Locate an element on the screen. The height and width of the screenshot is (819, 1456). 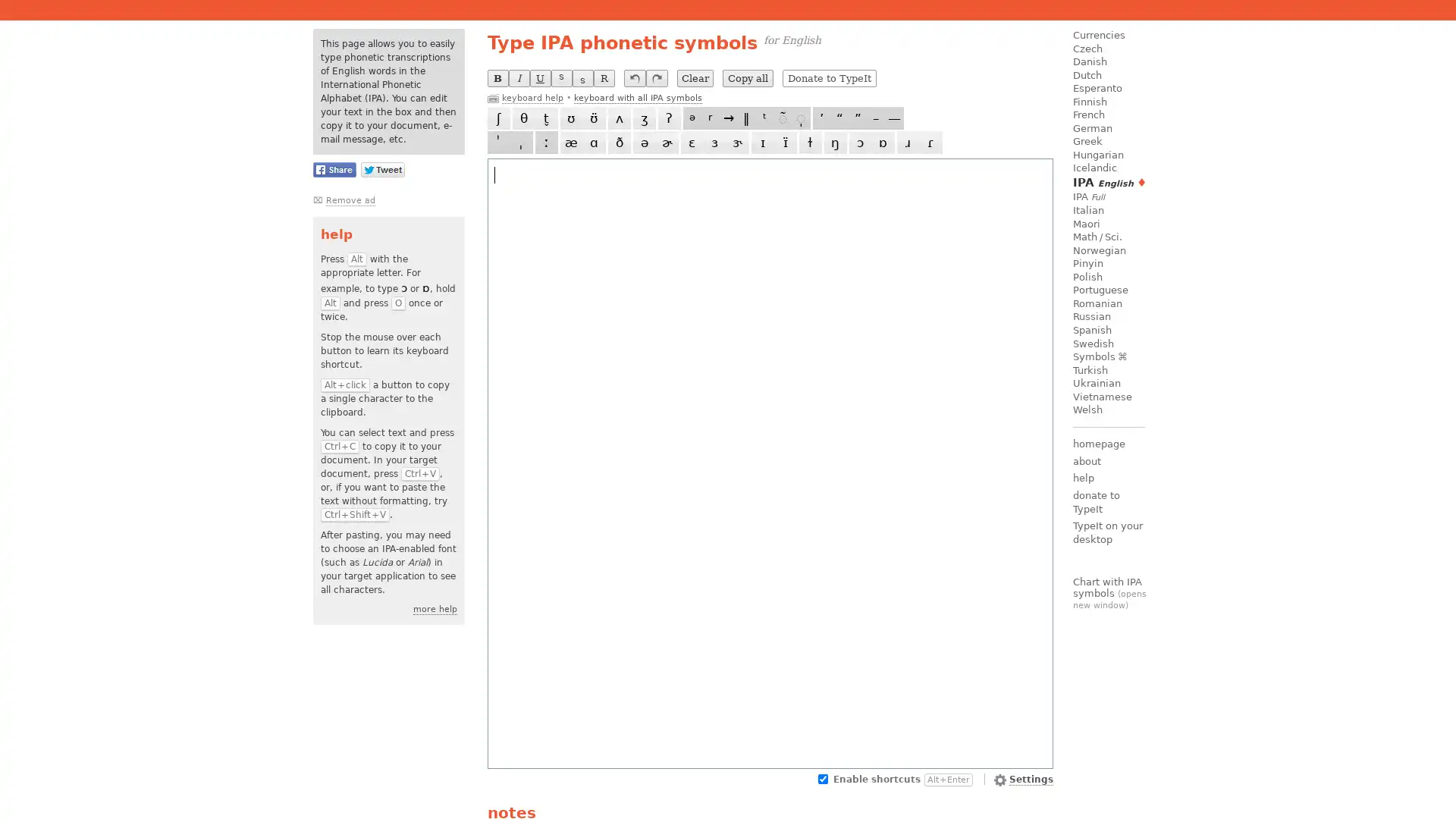
Alt+Q / Alt+, [comma] / Hold Alt, press ' twice is located at coordinates (498, 141).